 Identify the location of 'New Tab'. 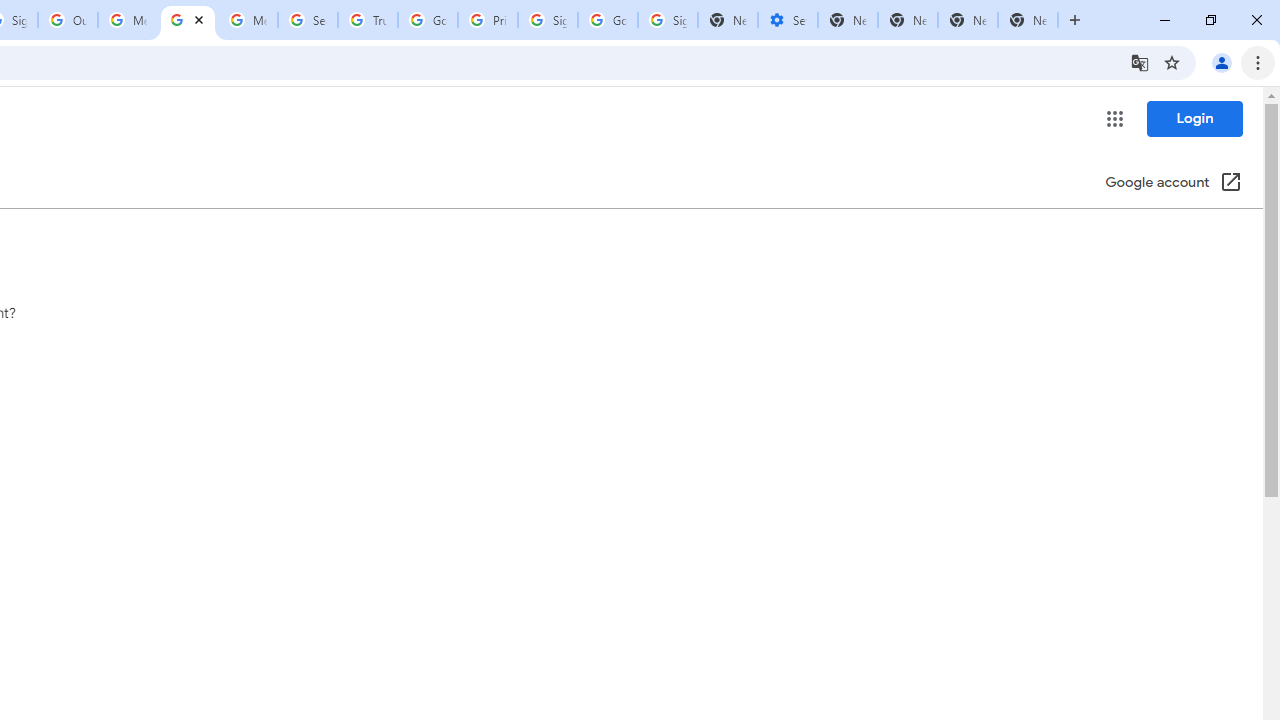
(1028, 20).